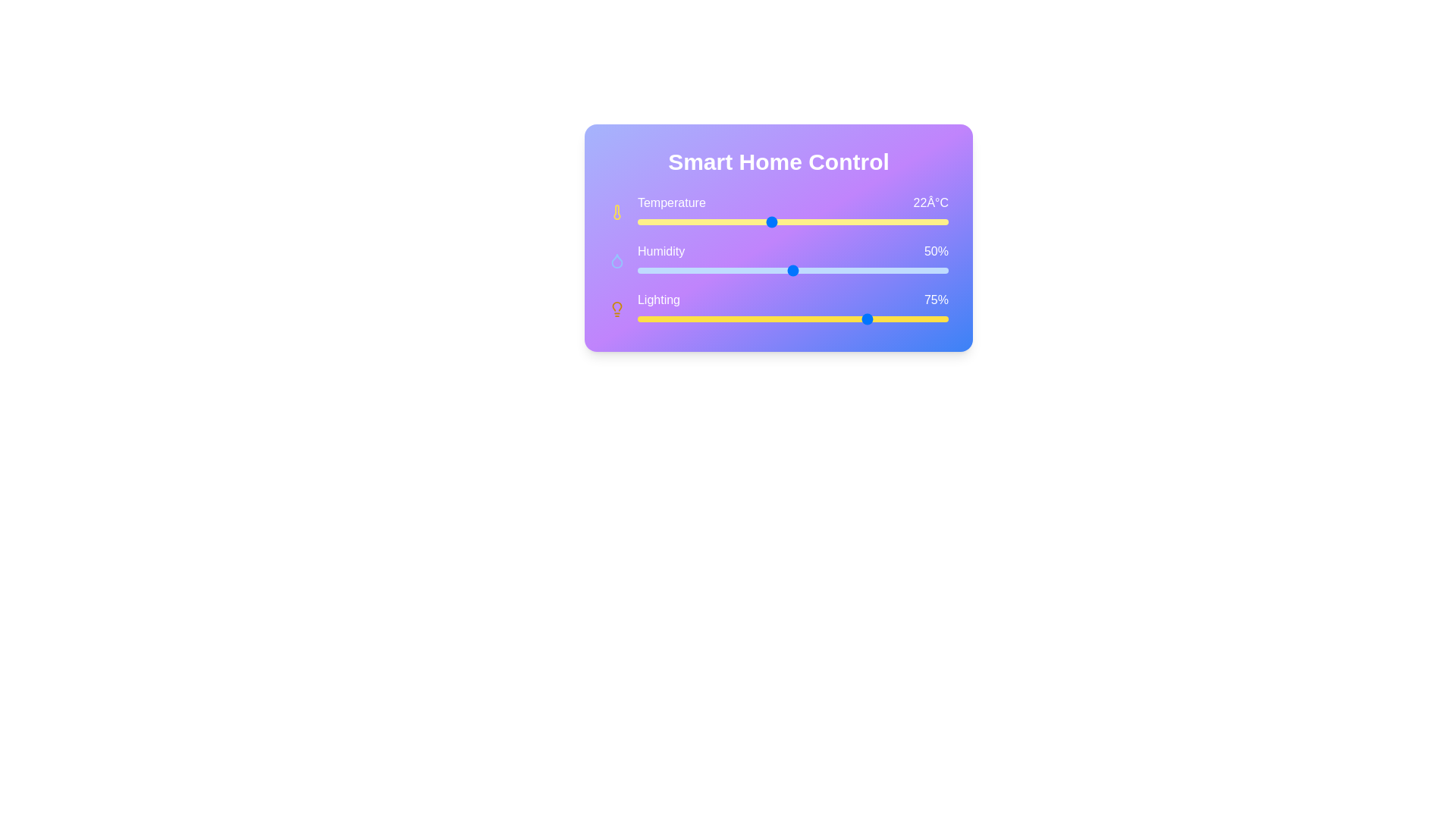 This screenshot has width=1456, height=819. I want to click on the temperature slider to set the temperature to 22°C, so click(770, 222).